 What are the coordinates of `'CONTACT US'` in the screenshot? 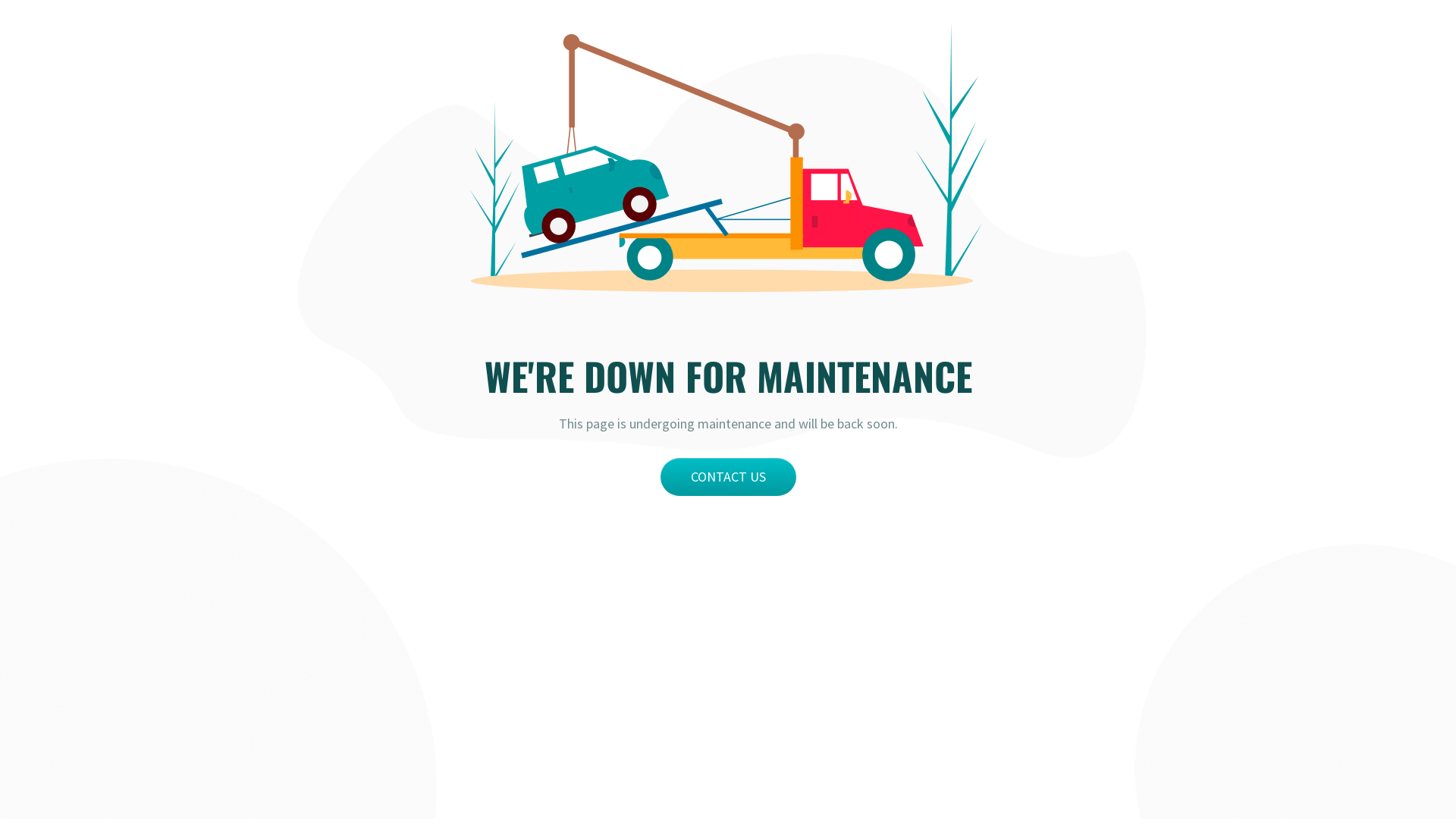 It's located at (659, 475).